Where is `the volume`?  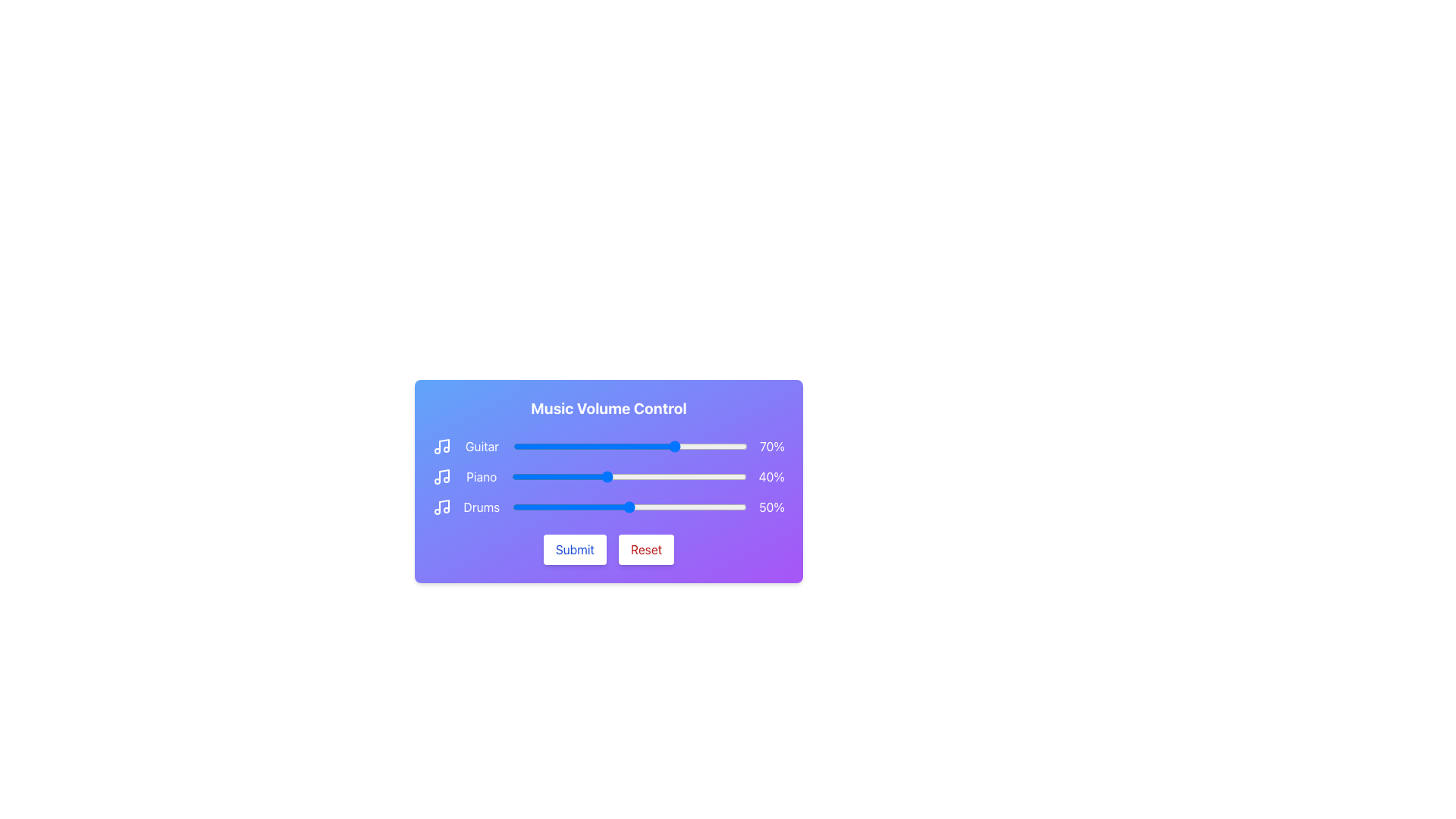
the volume is located at coordinates (623, 507).